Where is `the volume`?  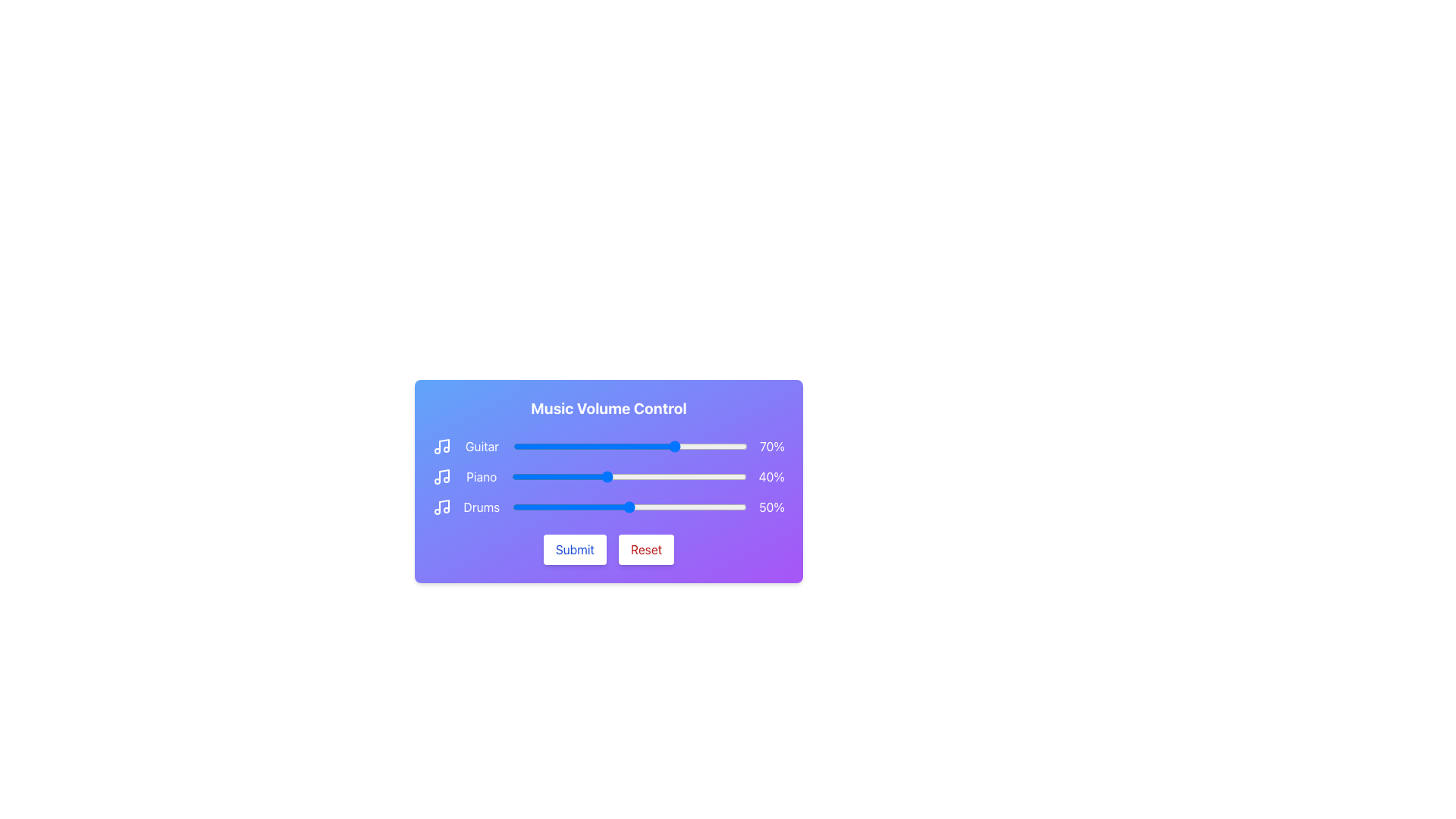
the volume is located at coordinates (623, 507).